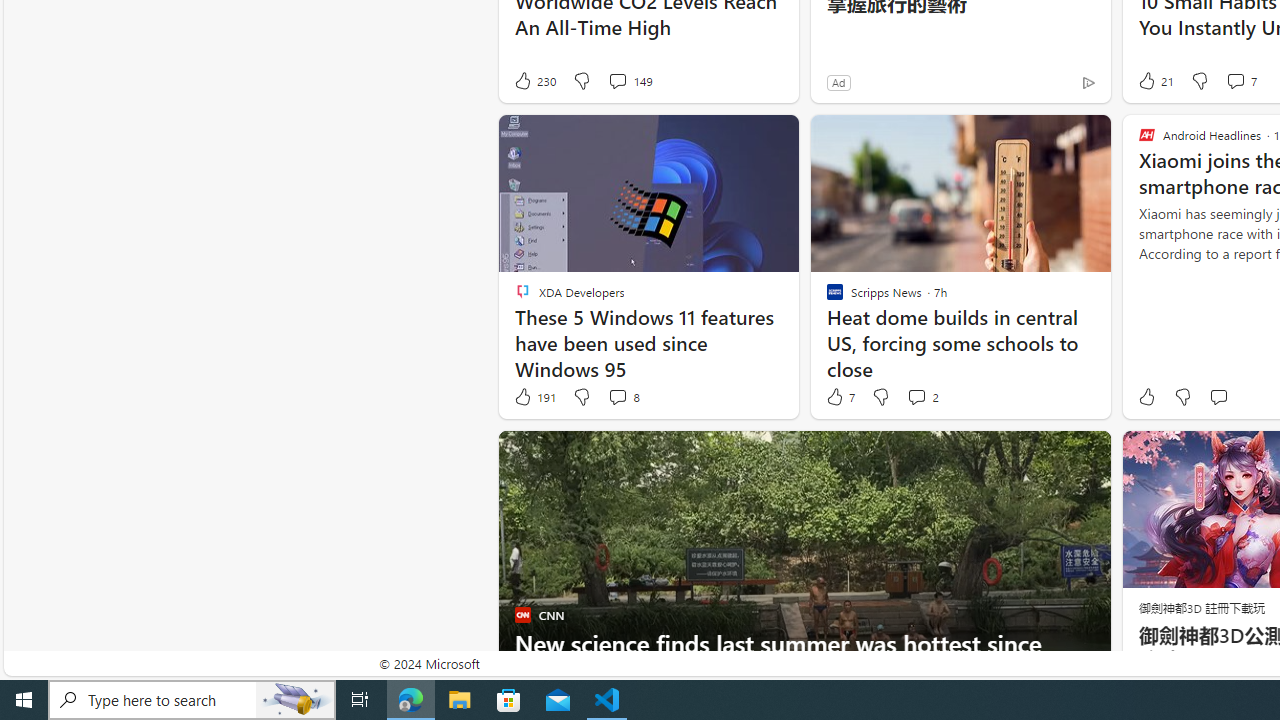 This screenshot has width=1280, height=720. What do you see at coordinates (921, 397) in the screenshot?
I see `'View comments 2 Comment'` at bounding box center [921, 397].